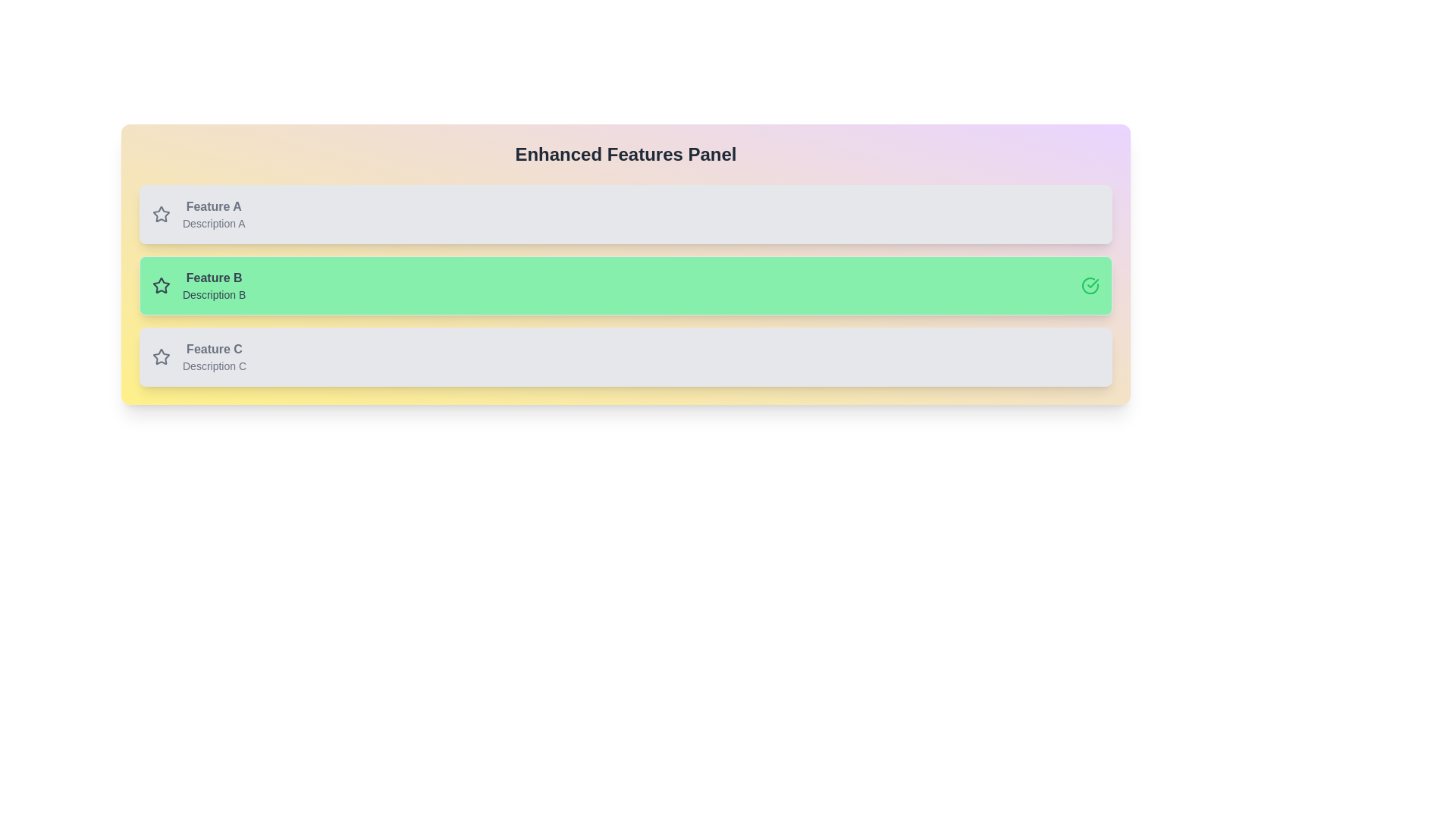 The image size is (1456, 819). Describe the element at coordinates (626, 356) in the screenshot. I see `the feature card labeled Feature C` at that location.